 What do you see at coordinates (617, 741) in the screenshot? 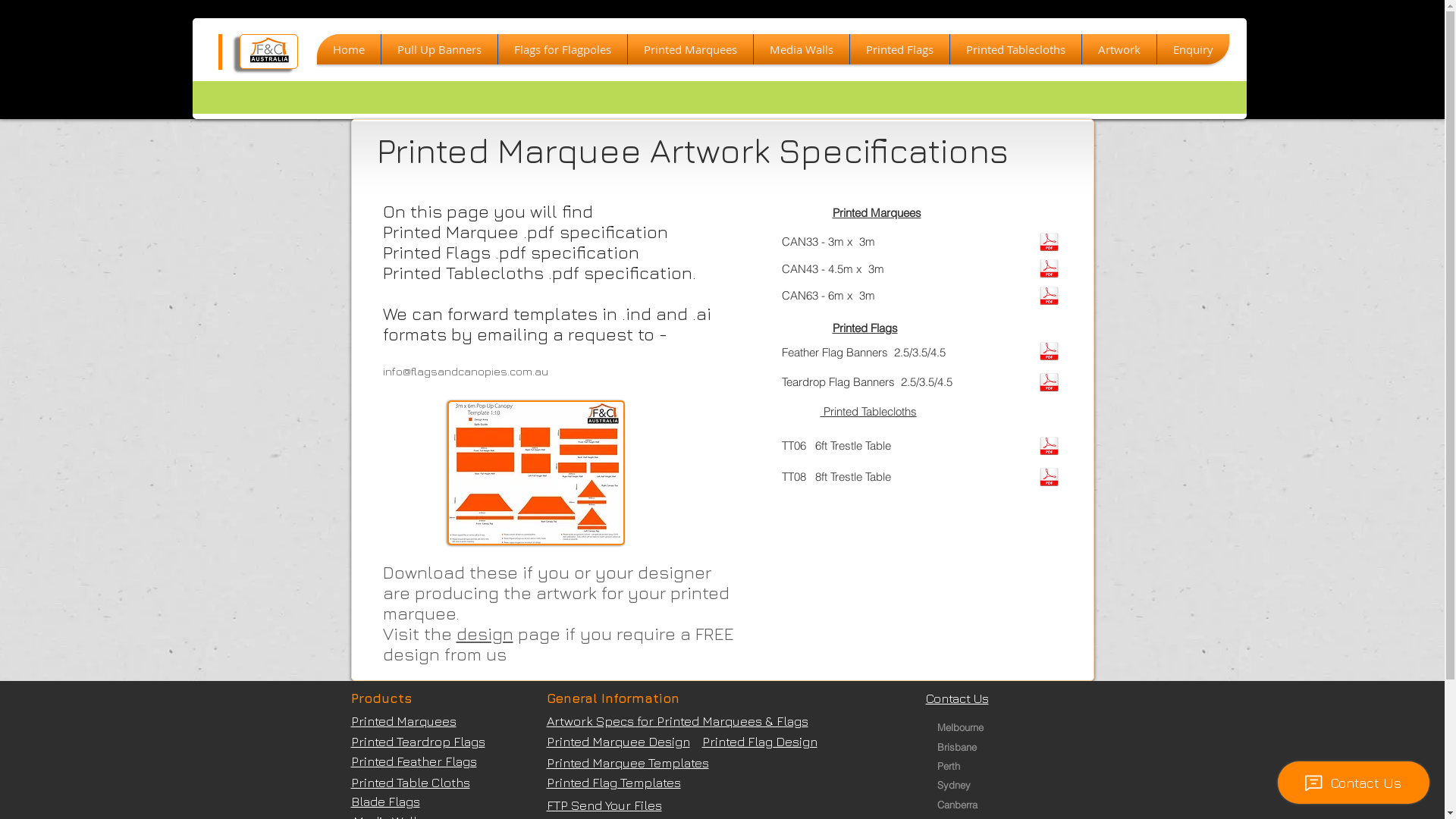
I see `'Printed Marquee Design'` at bounding box center [617, 741].